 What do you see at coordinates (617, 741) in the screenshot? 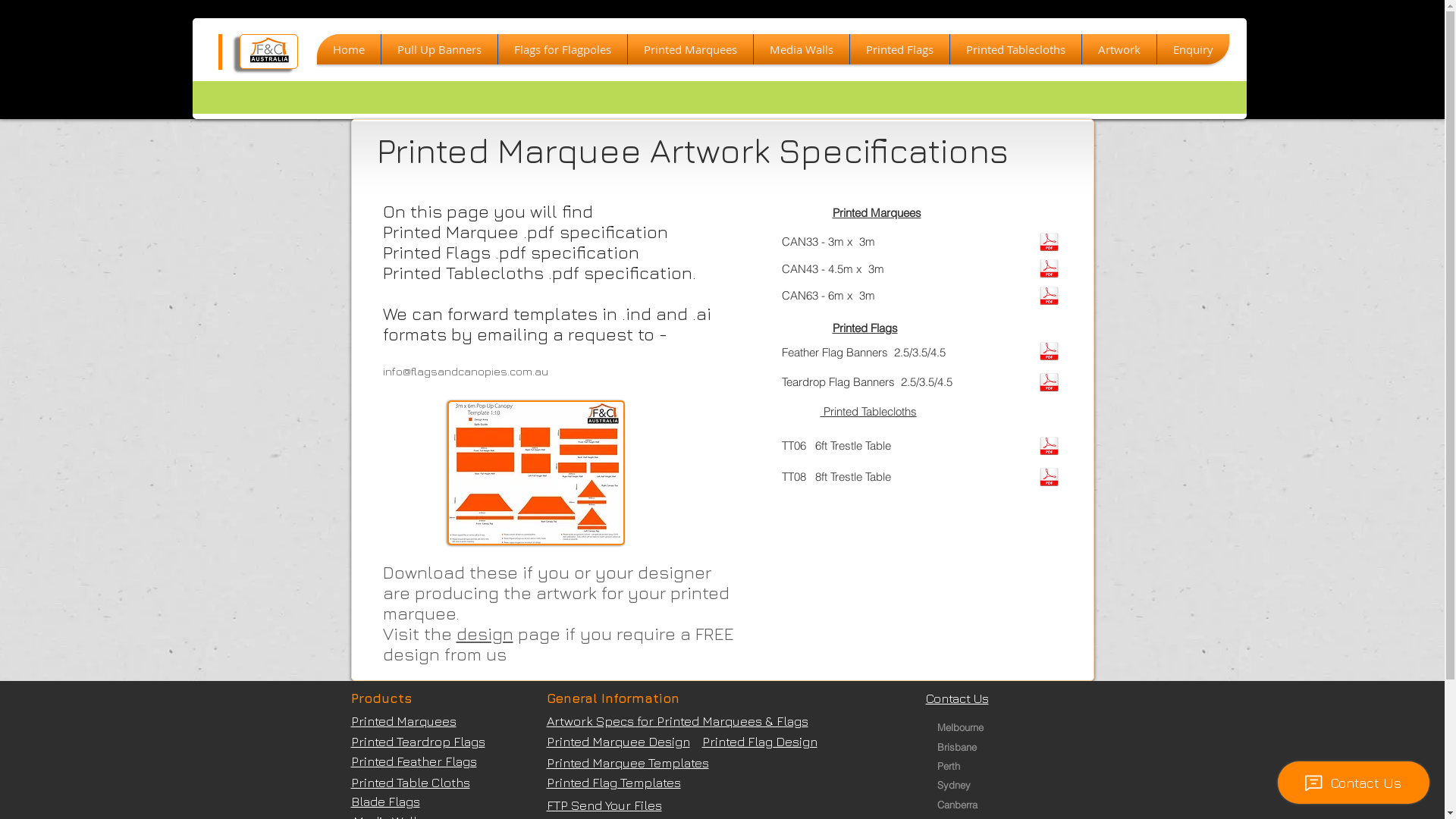
I see `'Printed Marquee Design'` at bounding box center [617, 741].